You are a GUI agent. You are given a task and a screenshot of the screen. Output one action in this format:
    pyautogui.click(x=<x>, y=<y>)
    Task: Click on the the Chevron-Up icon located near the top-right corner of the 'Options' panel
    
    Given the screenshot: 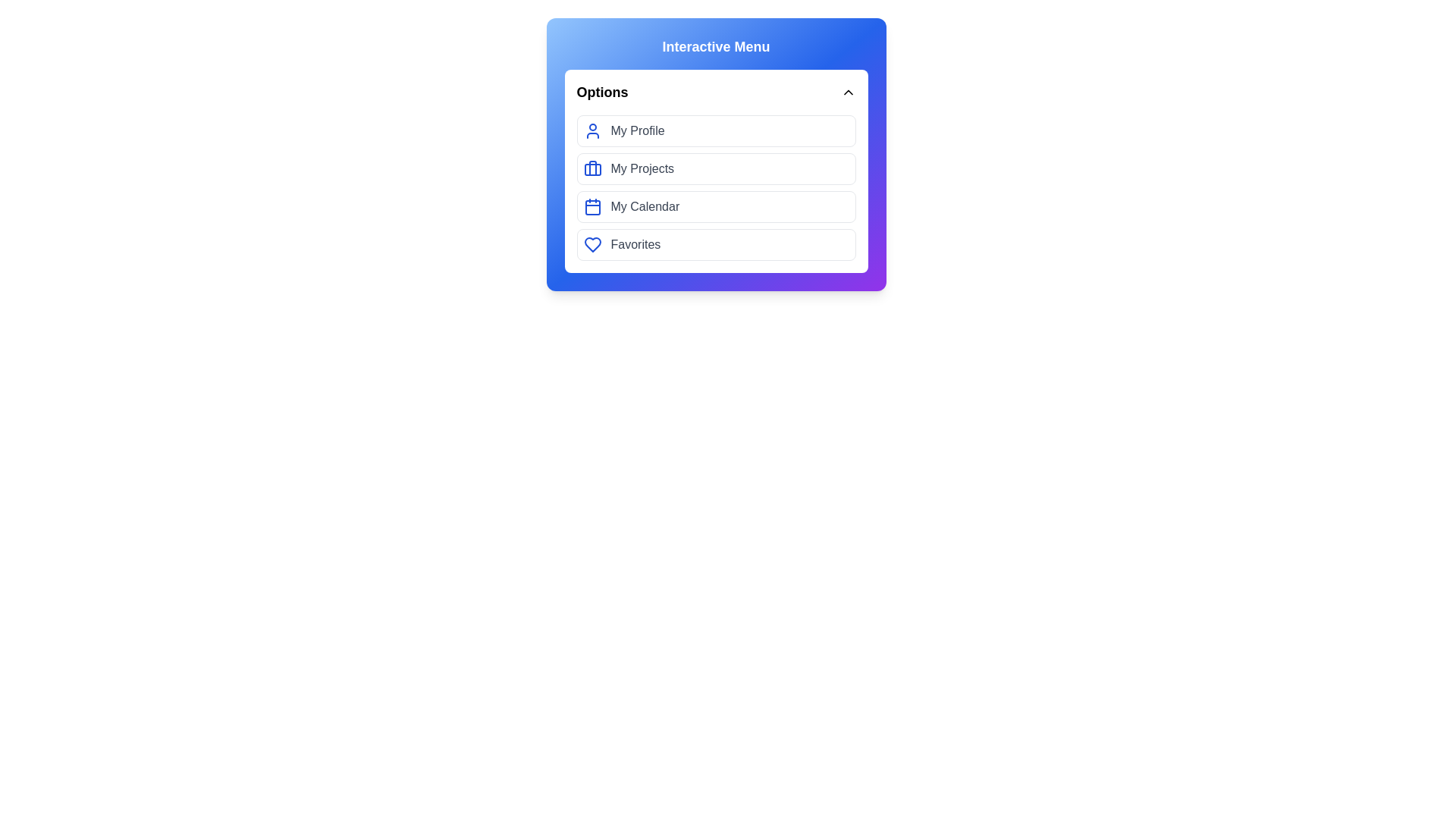 What is the action you would take?
    pyautogui.click(x=847, y=93)
    